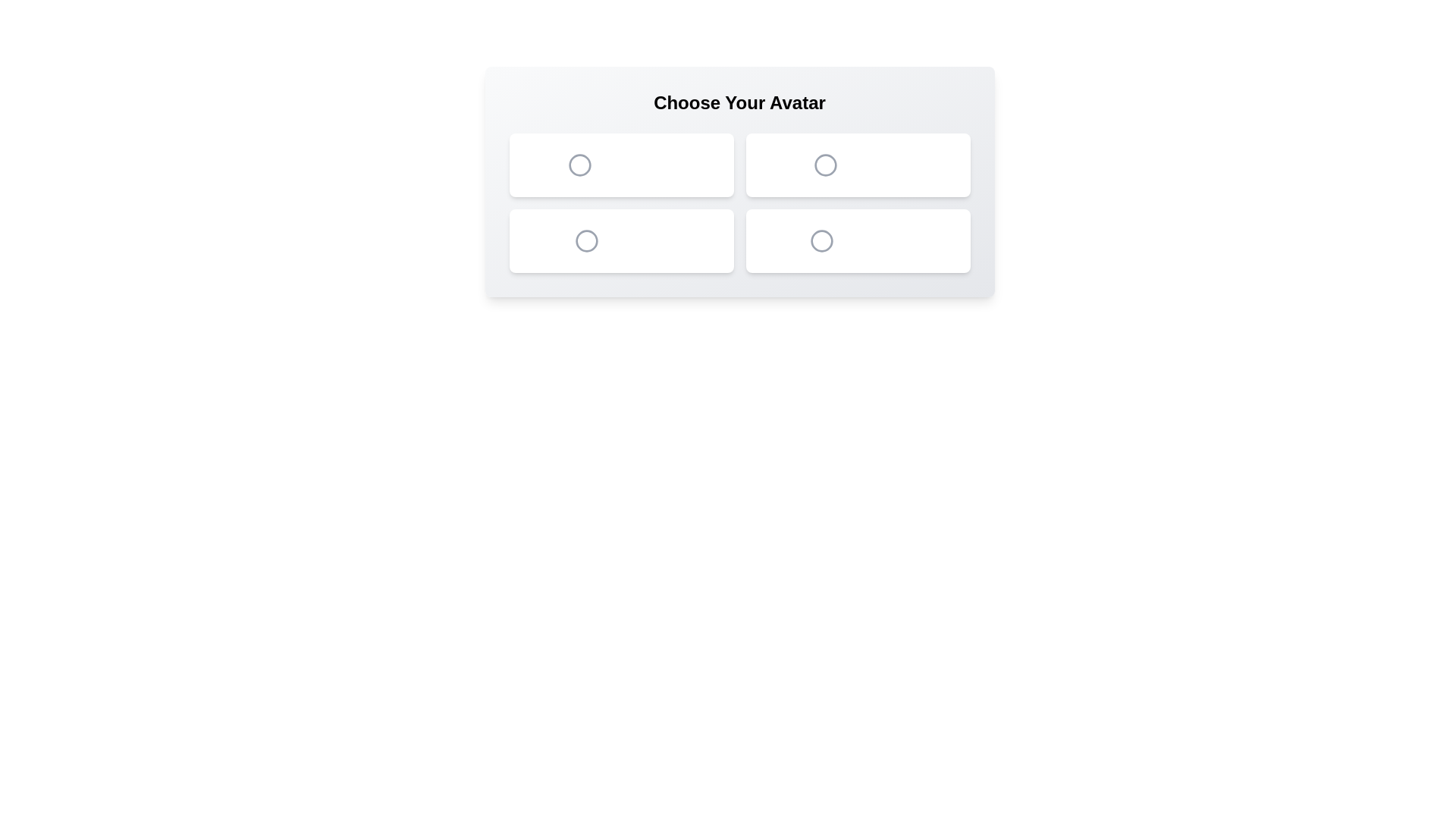  What do you see at coordinates (858, 240) in the screenshot?
I see `the 'Innovator' avatar selection button located in the bottom-right of the grid layout, which is the second button in the second row` at bounding box center [858, 240].